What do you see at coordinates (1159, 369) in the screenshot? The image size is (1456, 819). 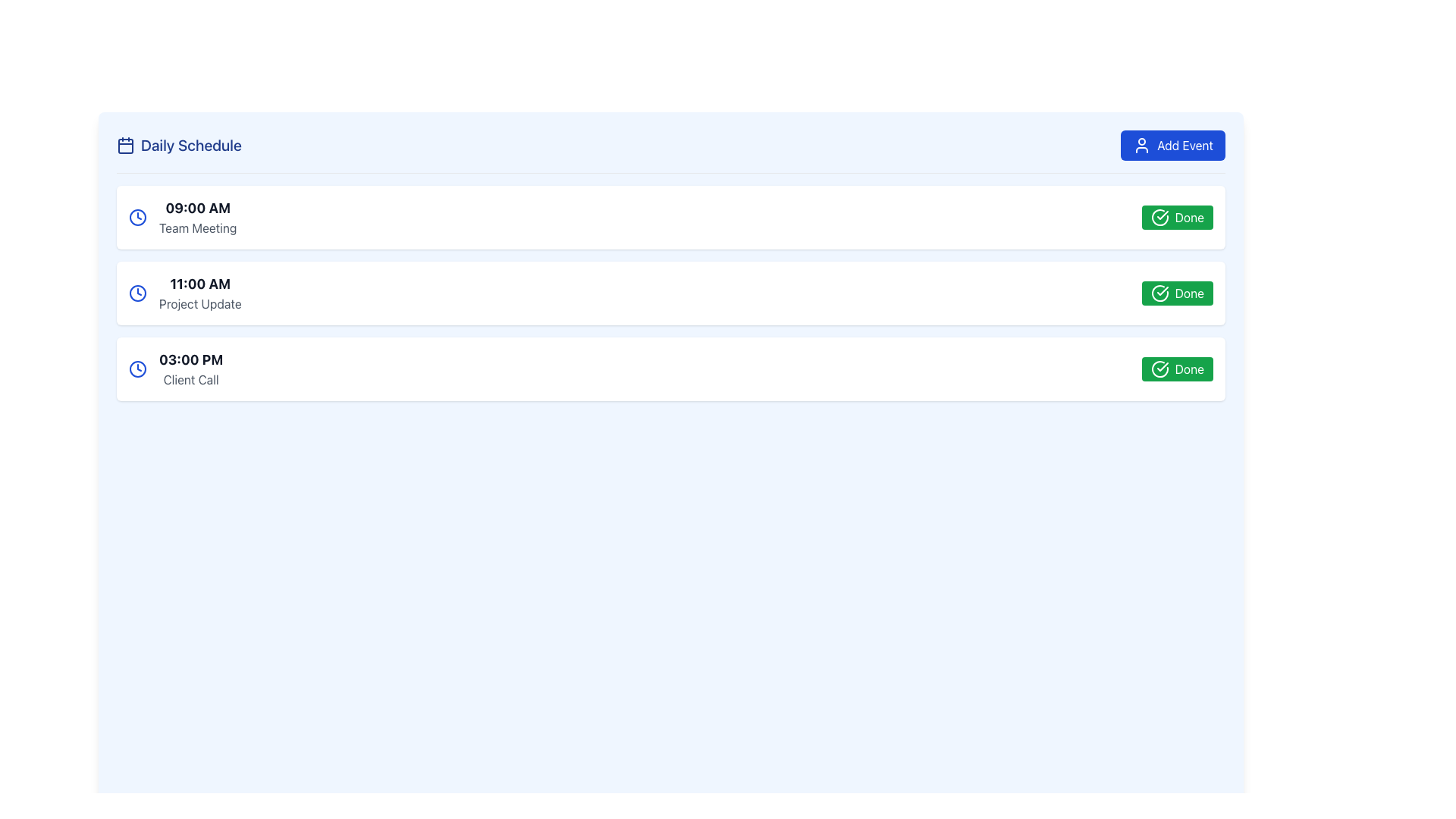 I see `the circular checkmark icon with a green outline and white interior, which indicates a 'completed' status, located inside the rightmost section of the green 'Done' button at the end of the 3:00 PM Client Call entry` at bounding box center [1159, 369].